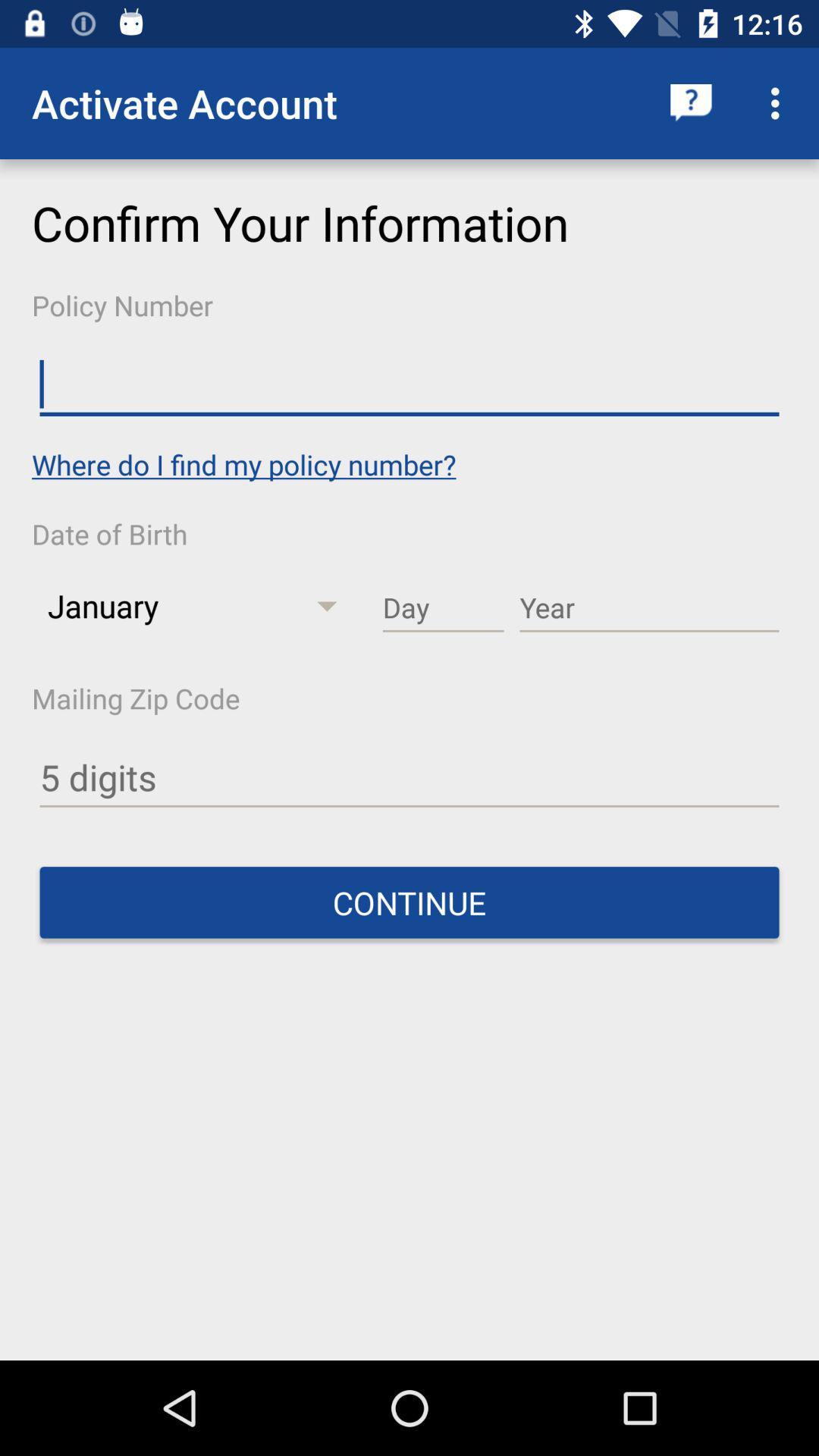 The image size is (819, 1456). What do you see at coordinates (443, 608) in the screenshot?
I see `icon below the where do i item` at bounding box center [443, 608].